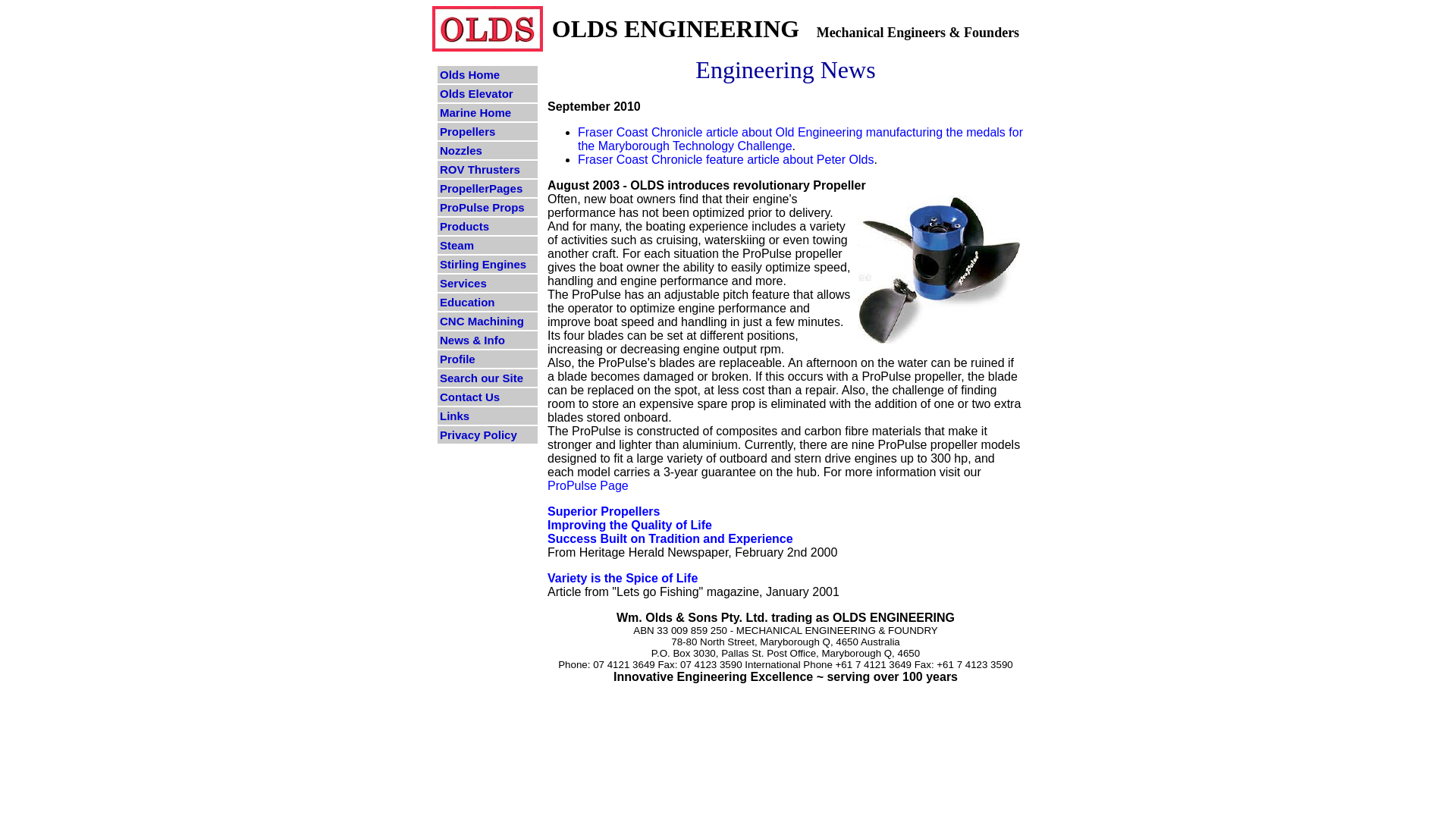 The height and width of the screenshot is (819, 1456). I want to click on 'Education', so click(488, 302).